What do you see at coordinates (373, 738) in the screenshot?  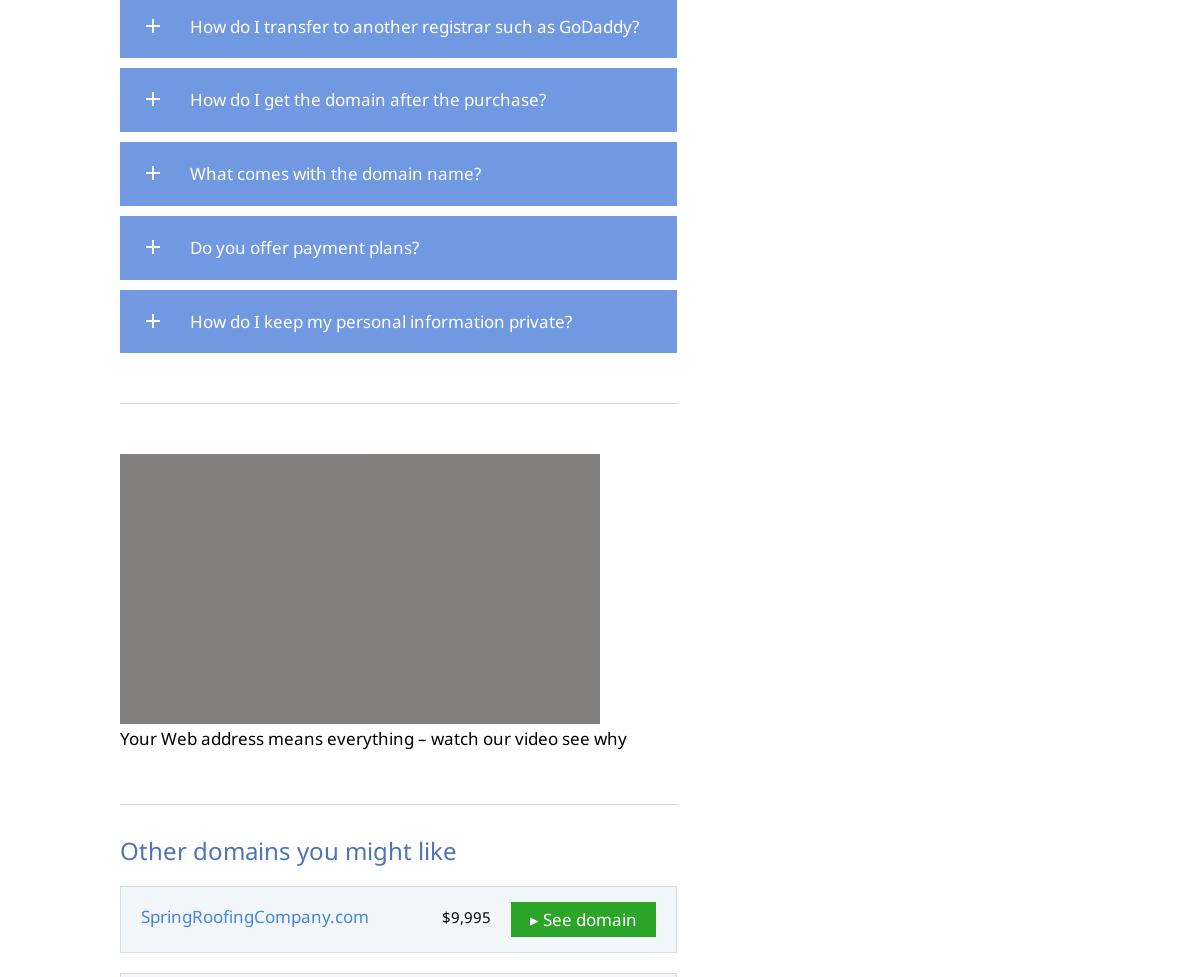 I see `'Your Web address means everything – watch our video see why'` at bounding box center [373, 738].